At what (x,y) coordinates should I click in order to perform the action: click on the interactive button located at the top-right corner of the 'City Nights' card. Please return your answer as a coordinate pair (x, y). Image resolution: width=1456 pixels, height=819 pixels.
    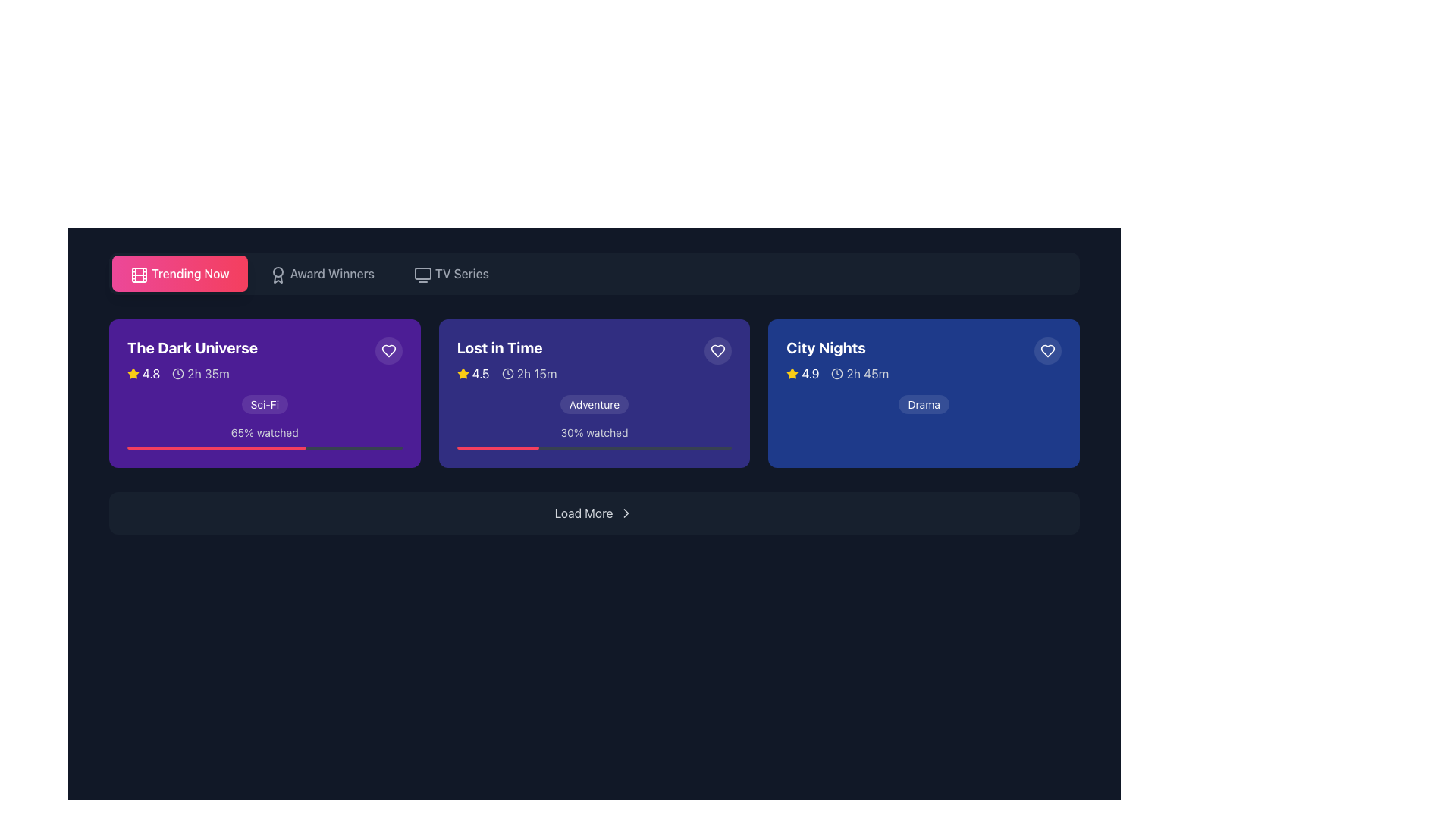
    Looking at the image, I should click on (1047, 350).